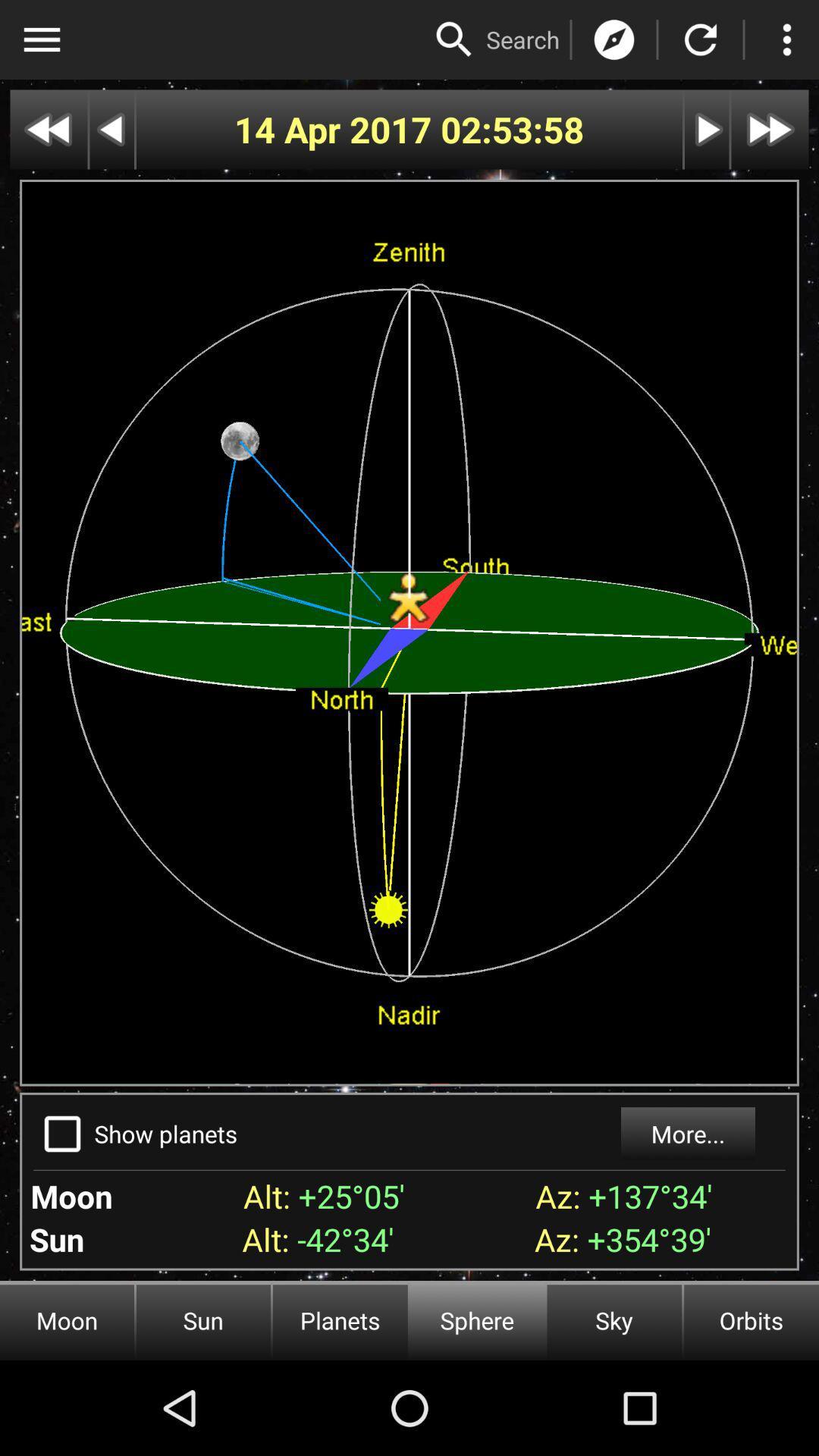 This screenshot has width=819, height=1456. I want to click on the play icon, so click(707, 130).